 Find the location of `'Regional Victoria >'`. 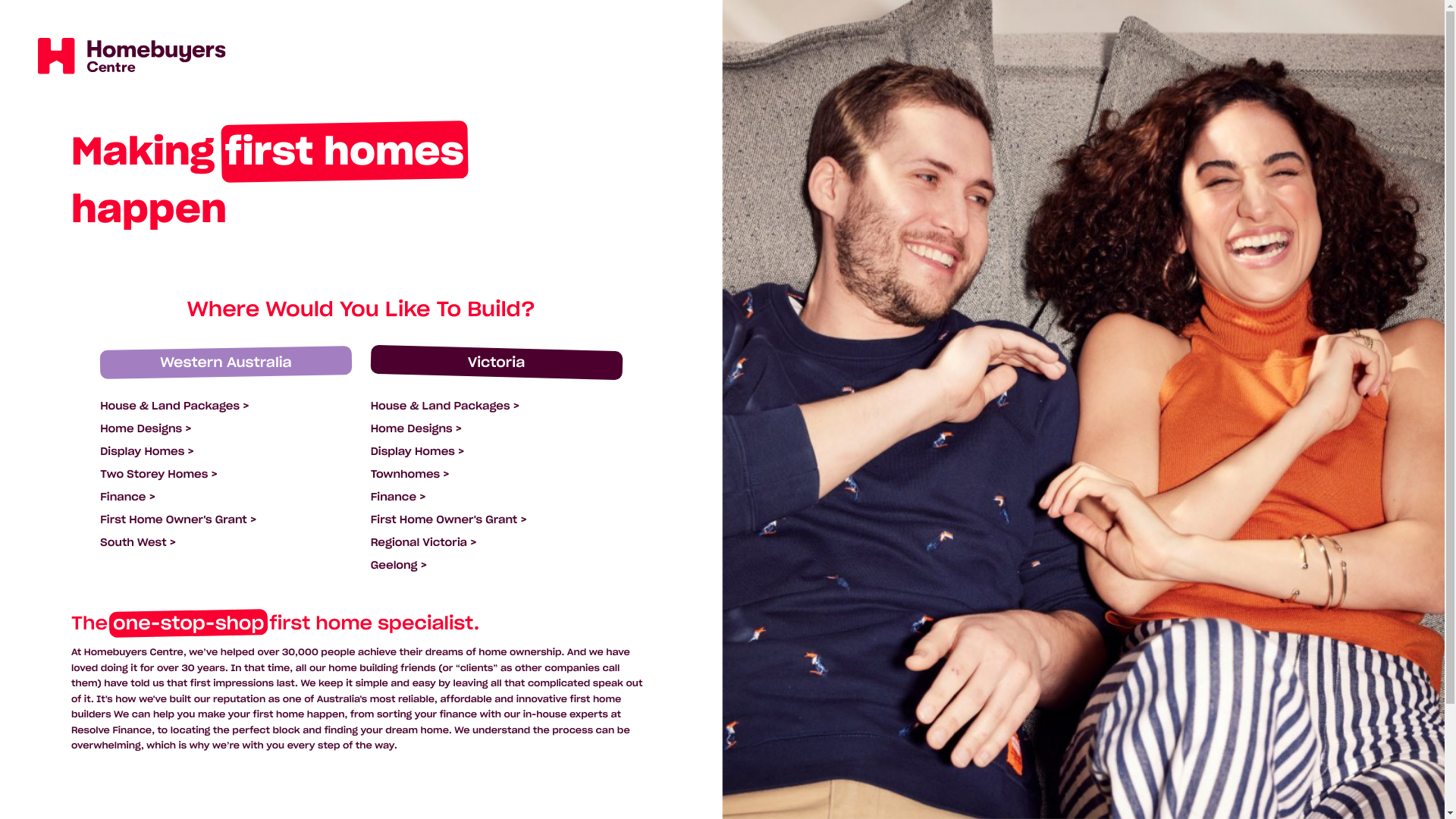

'Regional Victoria >' is located at coordinates (423, 541).